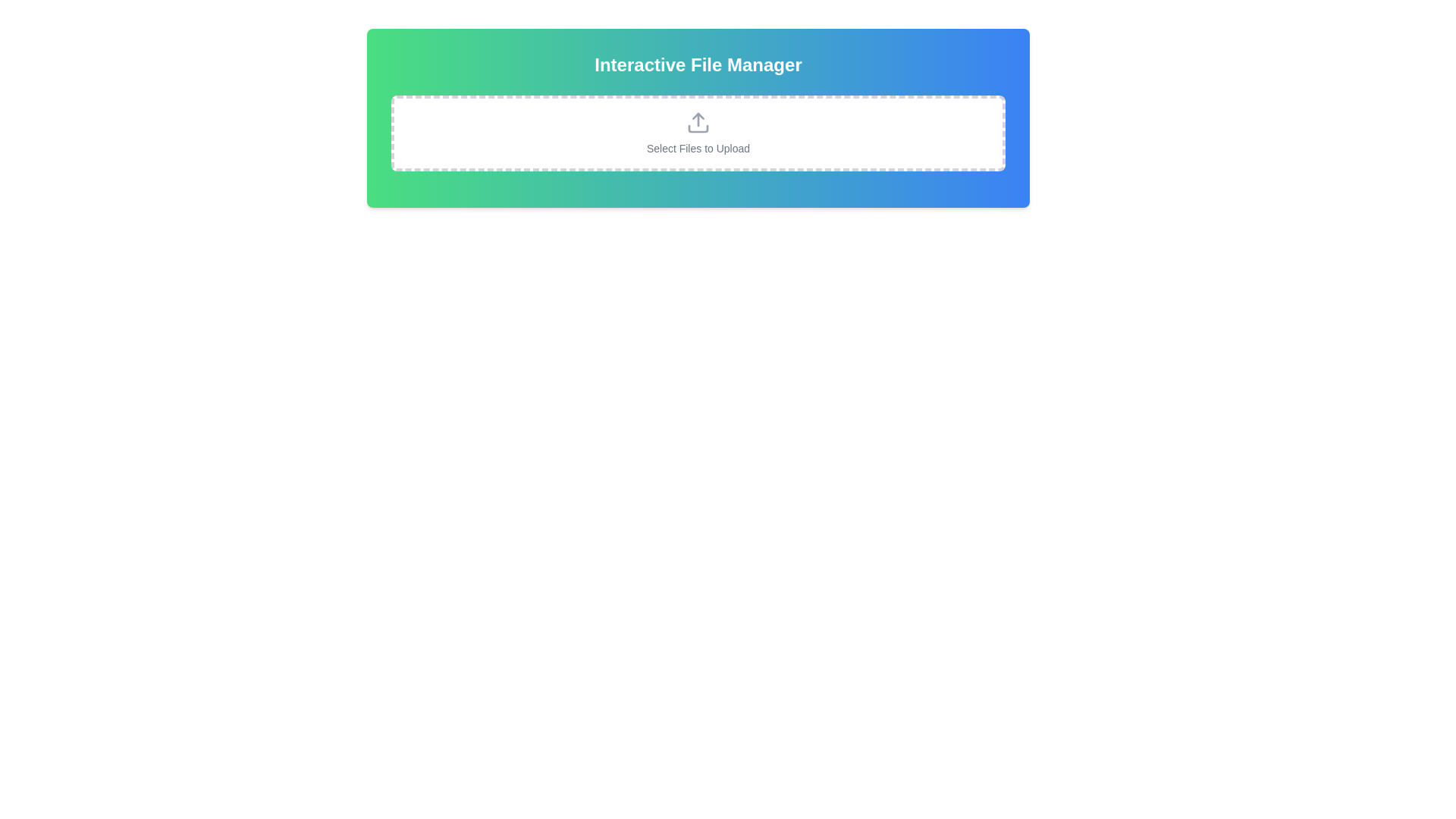 The width and height of the screenshot is (1456, 819). What do you see at coordinates (698, 122) in the screenshot?
I see `the upload icon represented by an SVG graphic, located above the 'Select Files to Upload' text` at bounding box center [698, 122].